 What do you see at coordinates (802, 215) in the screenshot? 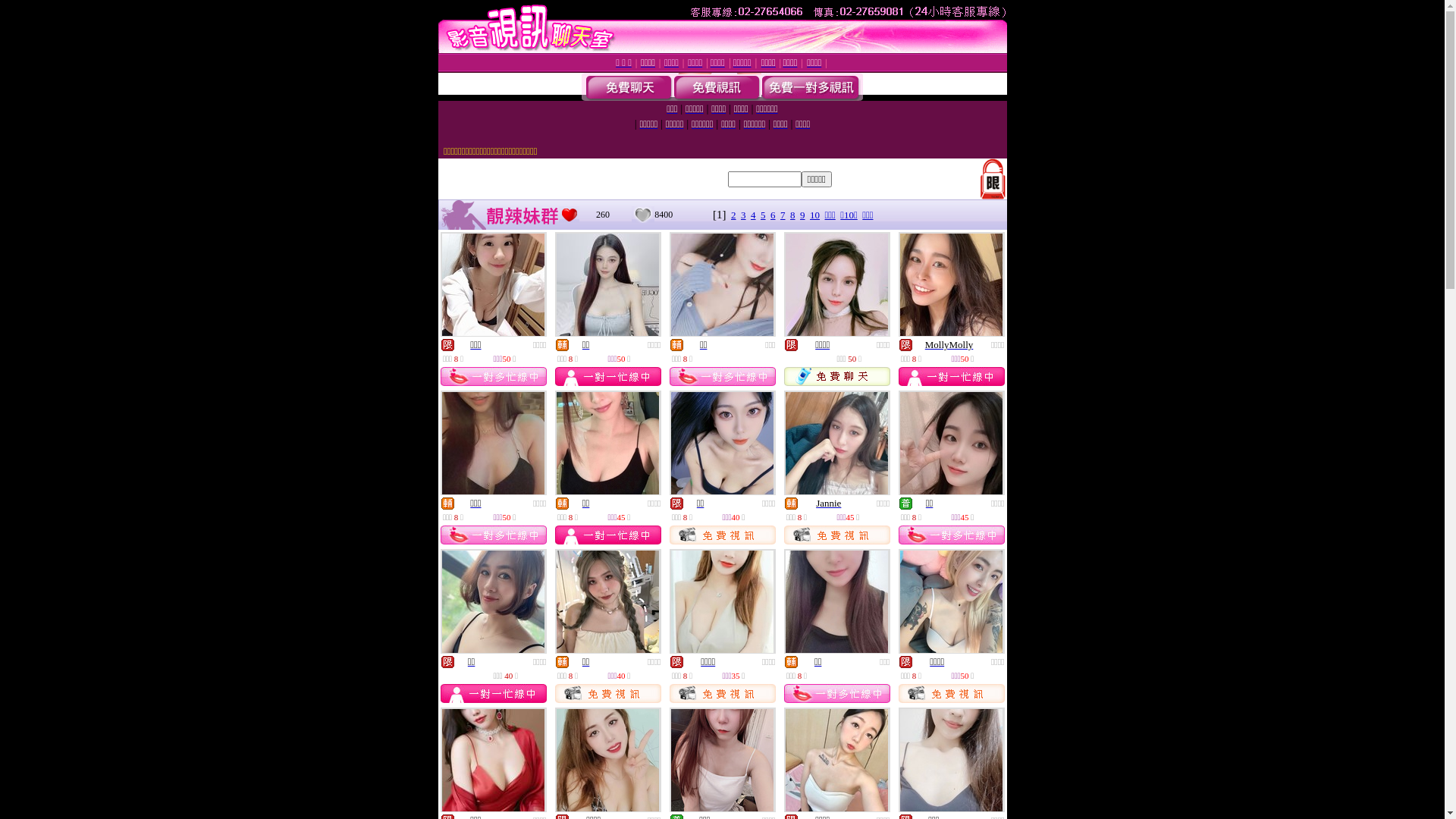
I see `'9'` at bounding box center [802, 215].